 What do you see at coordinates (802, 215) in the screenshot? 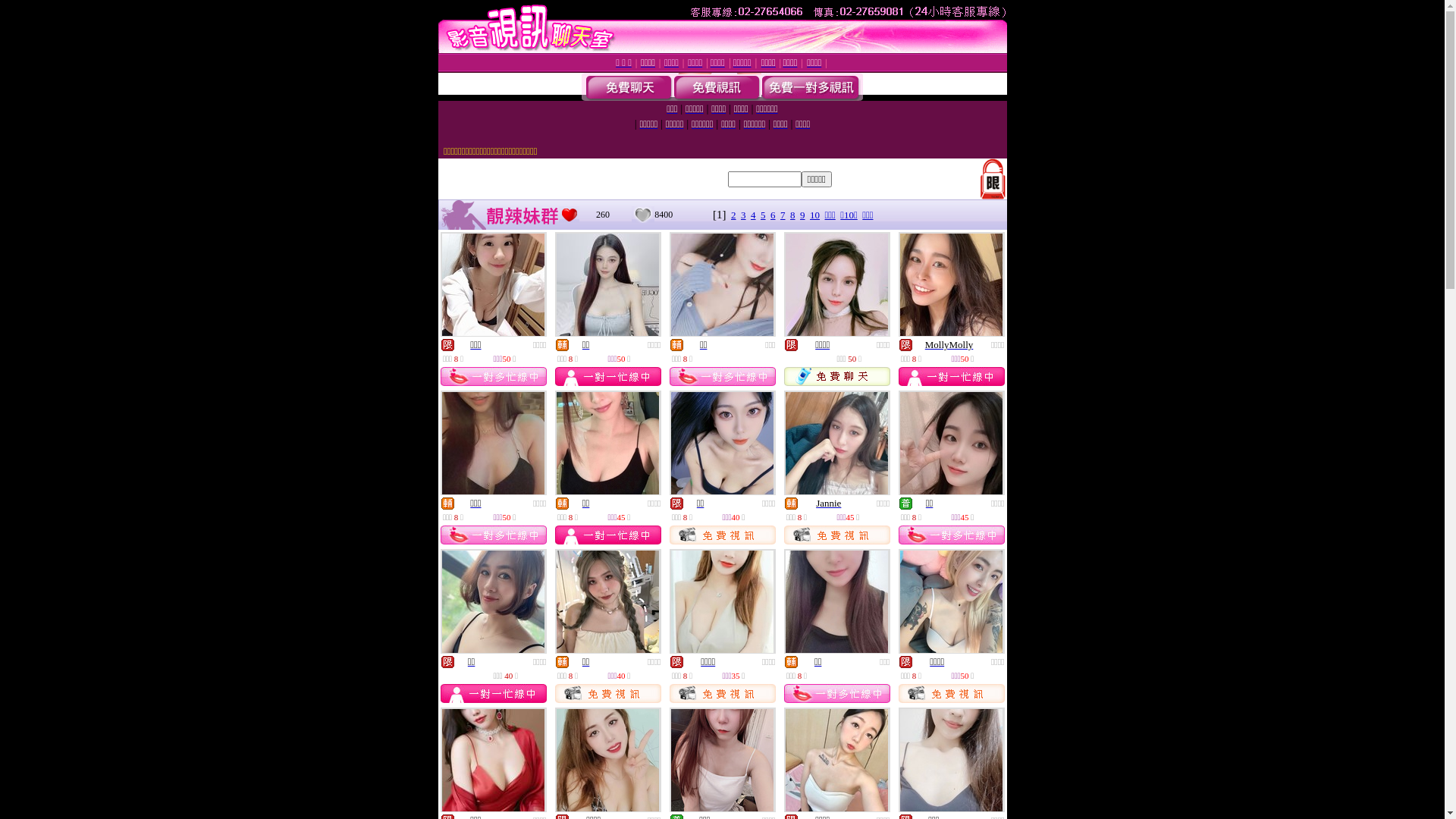
I see `'9'` at bounding box center [802, 215].